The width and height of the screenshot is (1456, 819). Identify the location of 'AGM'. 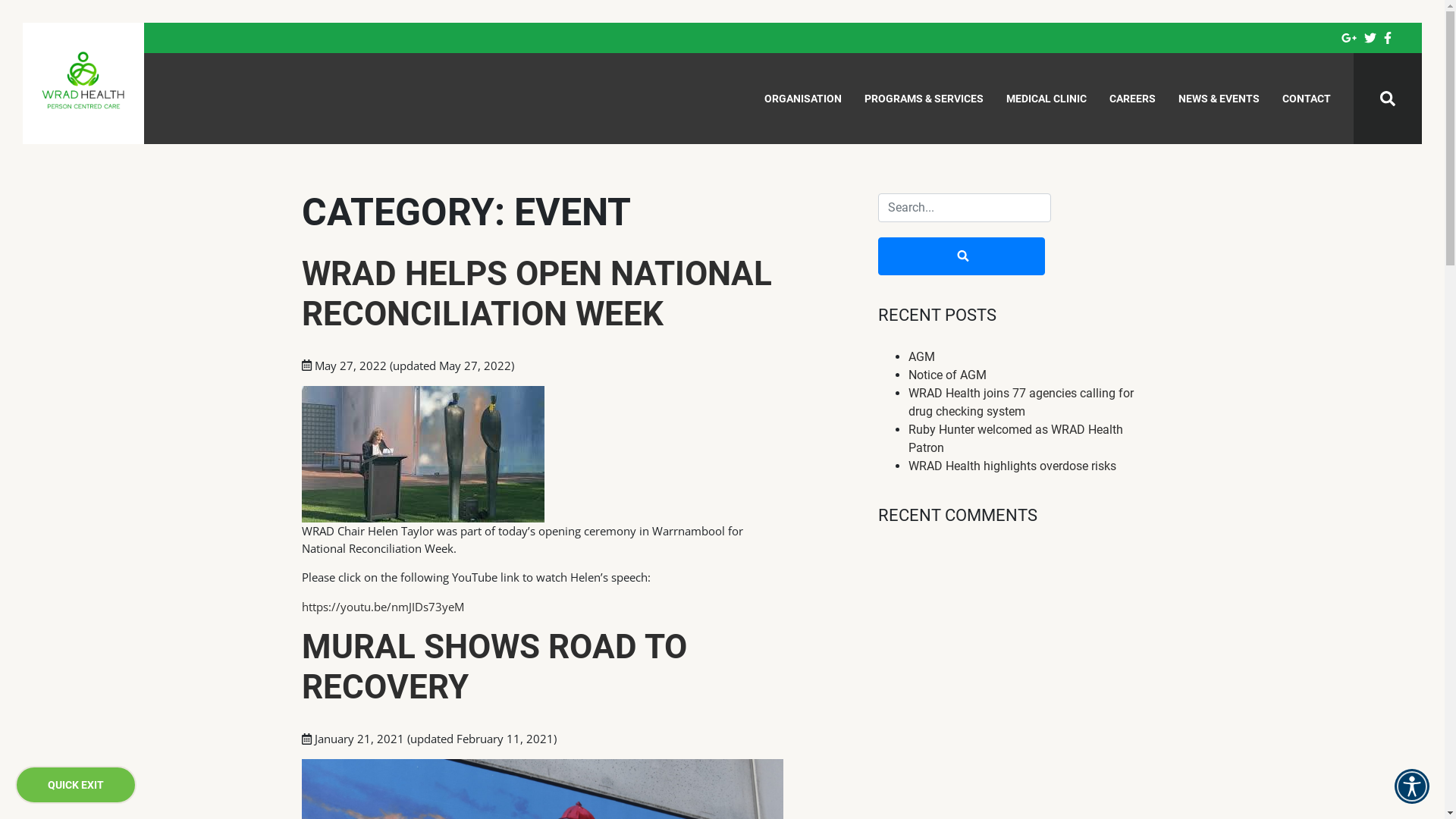
(921, 356).